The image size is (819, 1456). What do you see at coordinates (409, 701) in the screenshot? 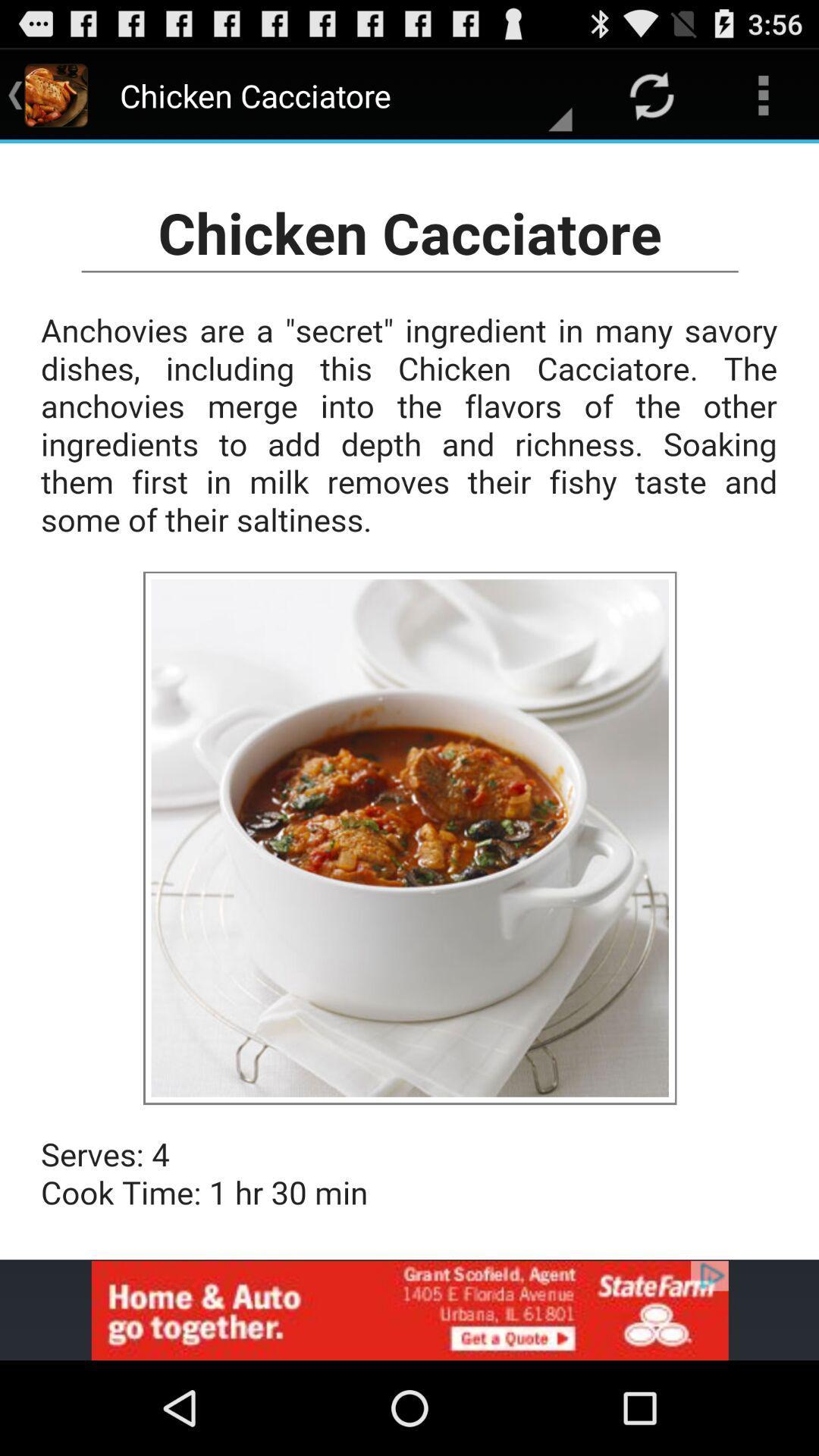
I see `page information` at bounding box center [409, 701].